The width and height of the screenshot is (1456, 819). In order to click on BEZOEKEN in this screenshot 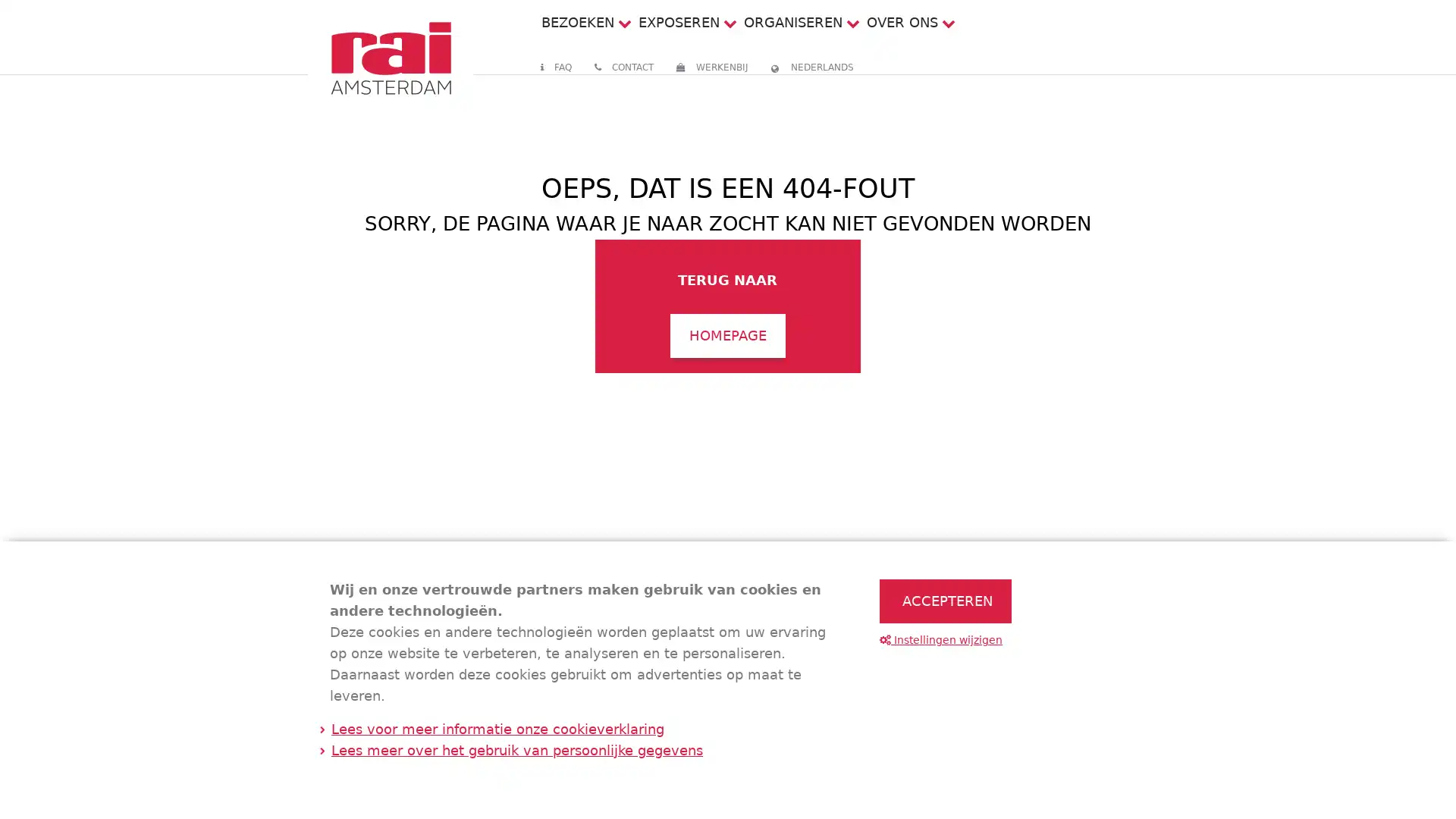, I will do `click(576, 22)`.